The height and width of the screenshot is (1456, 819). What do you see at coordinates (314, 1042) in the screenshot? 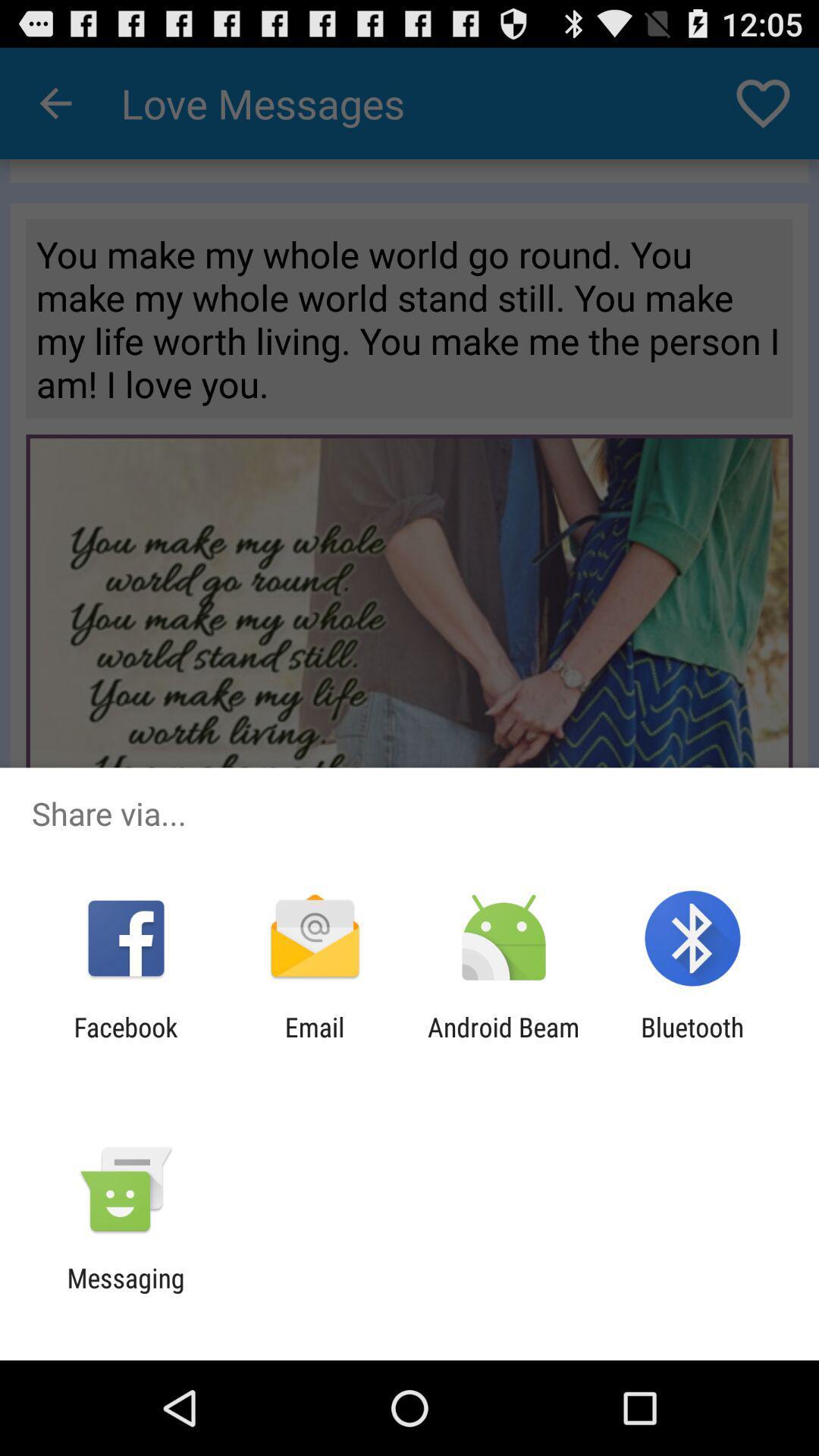
I see `the item next to the android beam item` at bounding box center [314, 1042].